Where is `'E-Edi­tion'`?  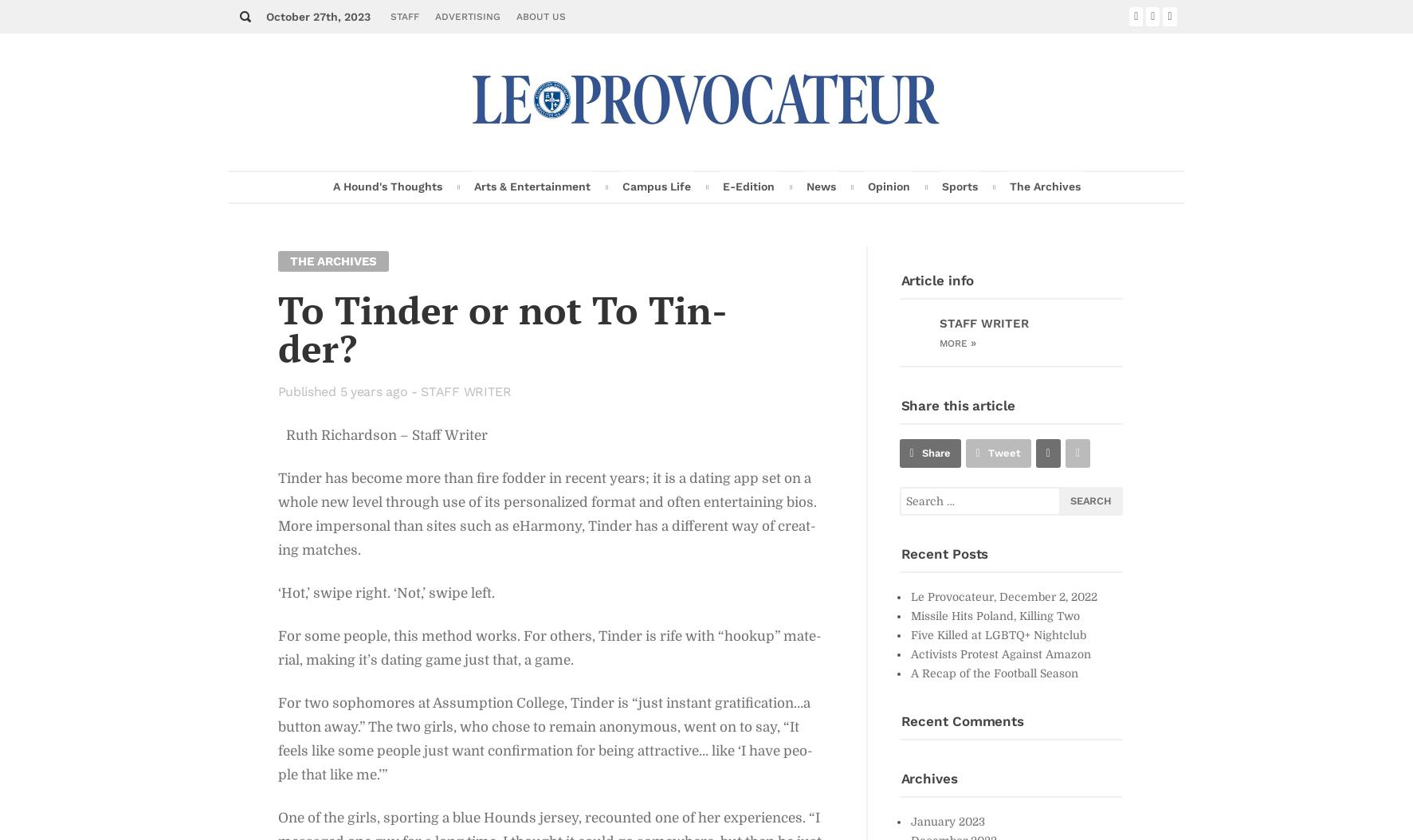 'E-Edi­tion' is located at coordinates (748, 186).